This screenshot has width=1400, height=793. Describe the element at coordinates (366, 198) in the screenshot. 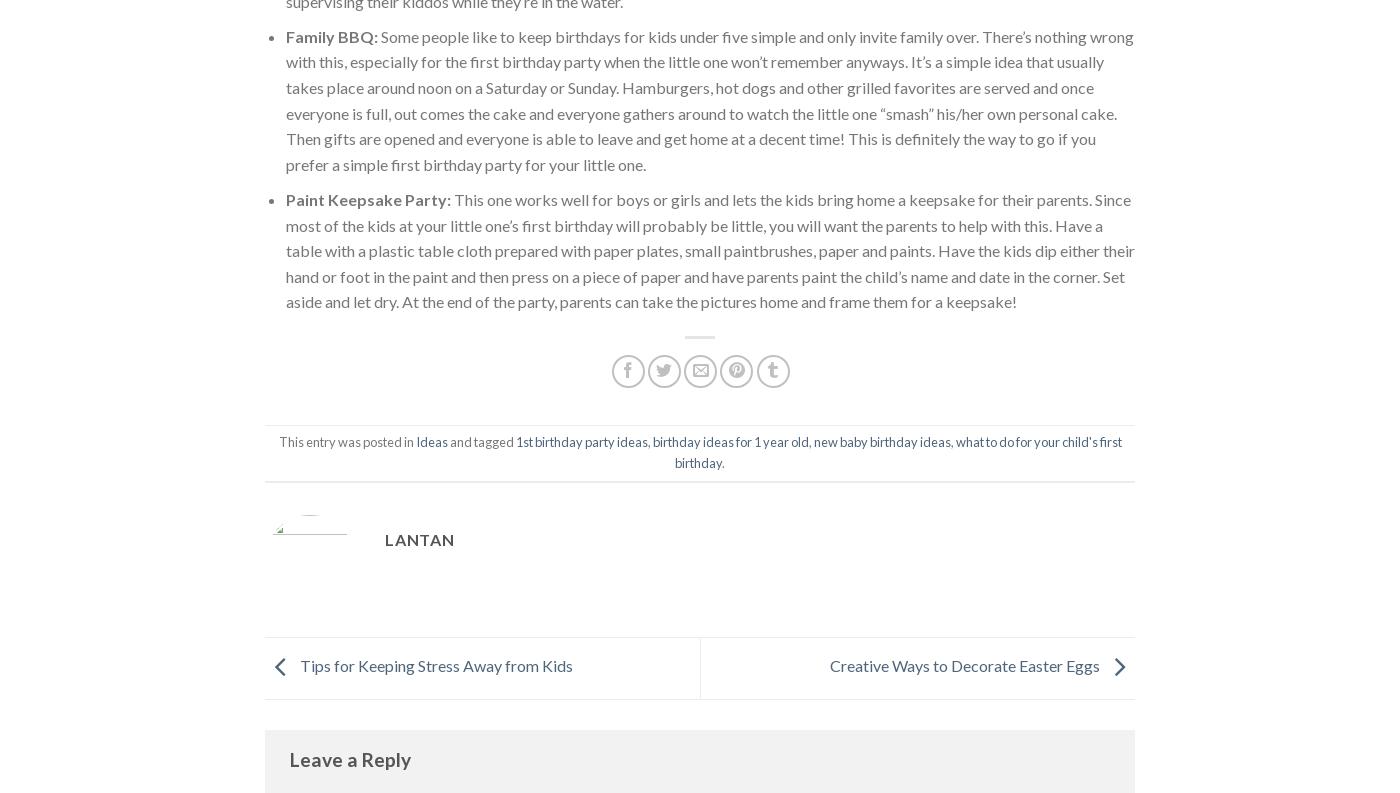

I see `'Paint Keepsake Party:'` at that location.